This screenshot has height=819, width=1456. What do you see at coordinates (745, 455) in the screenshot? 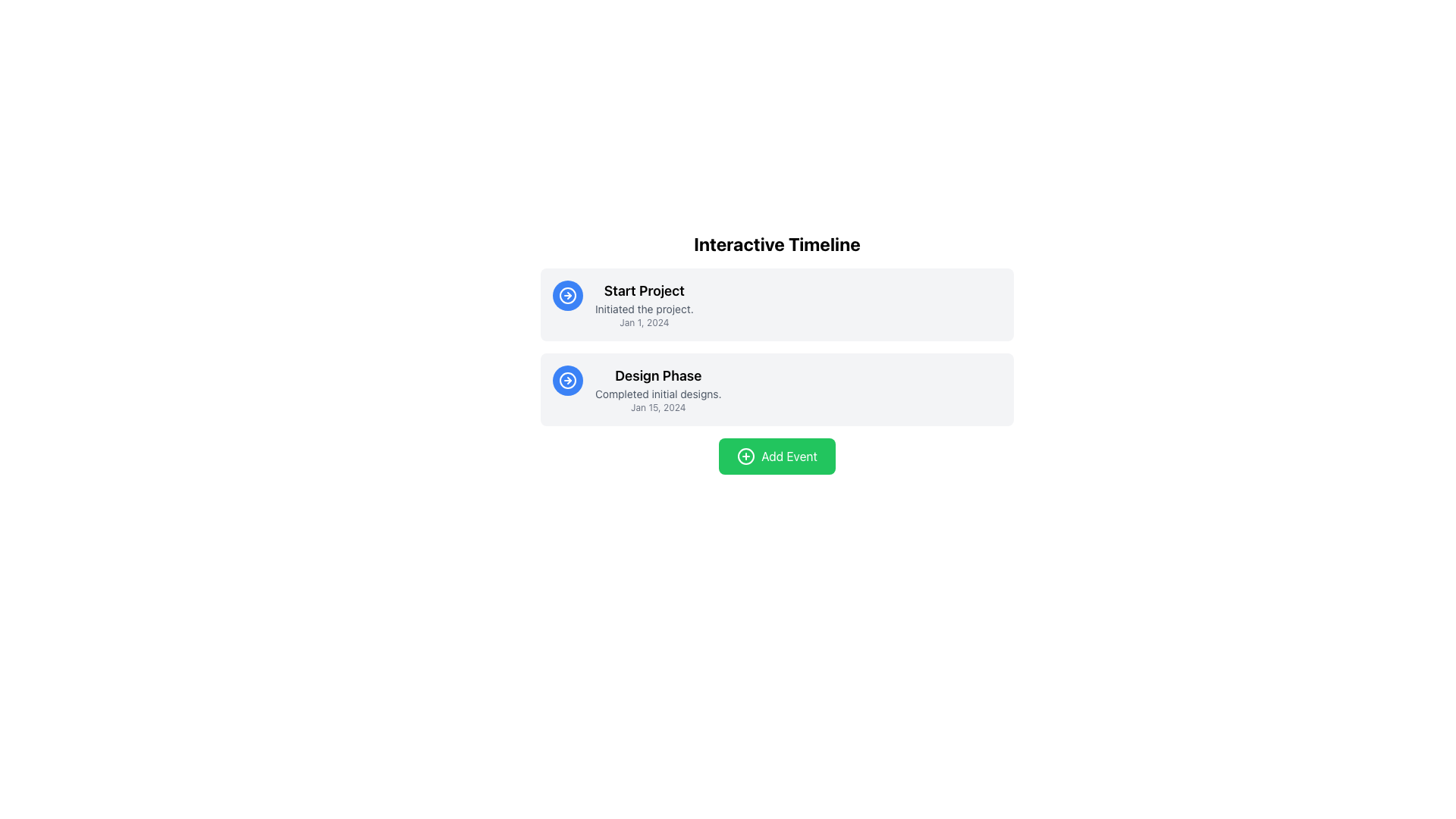
I see `the addition icon located centrally within the 'Add Event' button to invite users` at bounding box center [745, 455].